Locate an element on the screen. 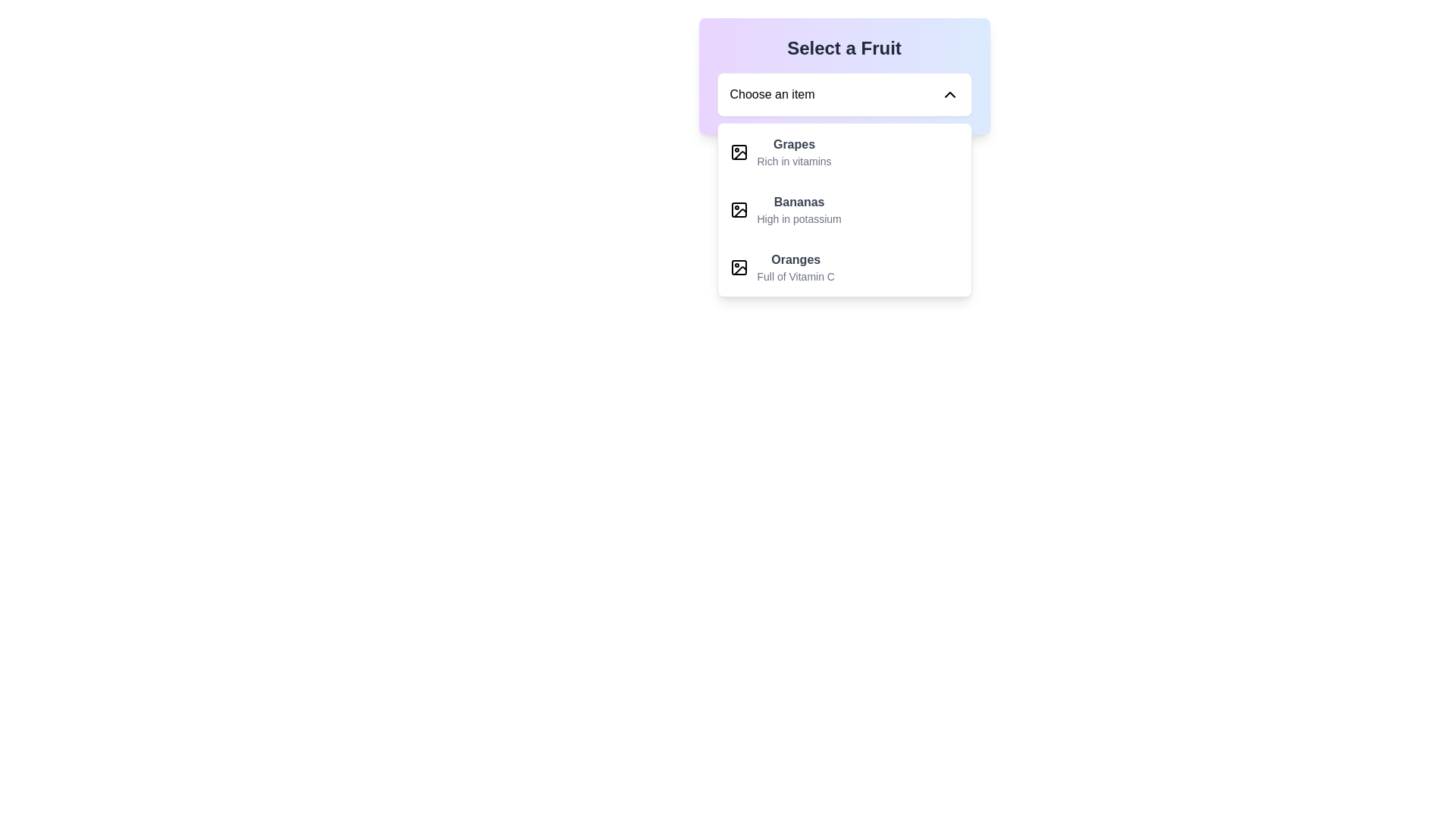 The image size is (1456, 819). the 'Oranges' option in the dropdown menu located under 'Select a Fruit', which is the third item in the list is located at coordinates (843, 267).